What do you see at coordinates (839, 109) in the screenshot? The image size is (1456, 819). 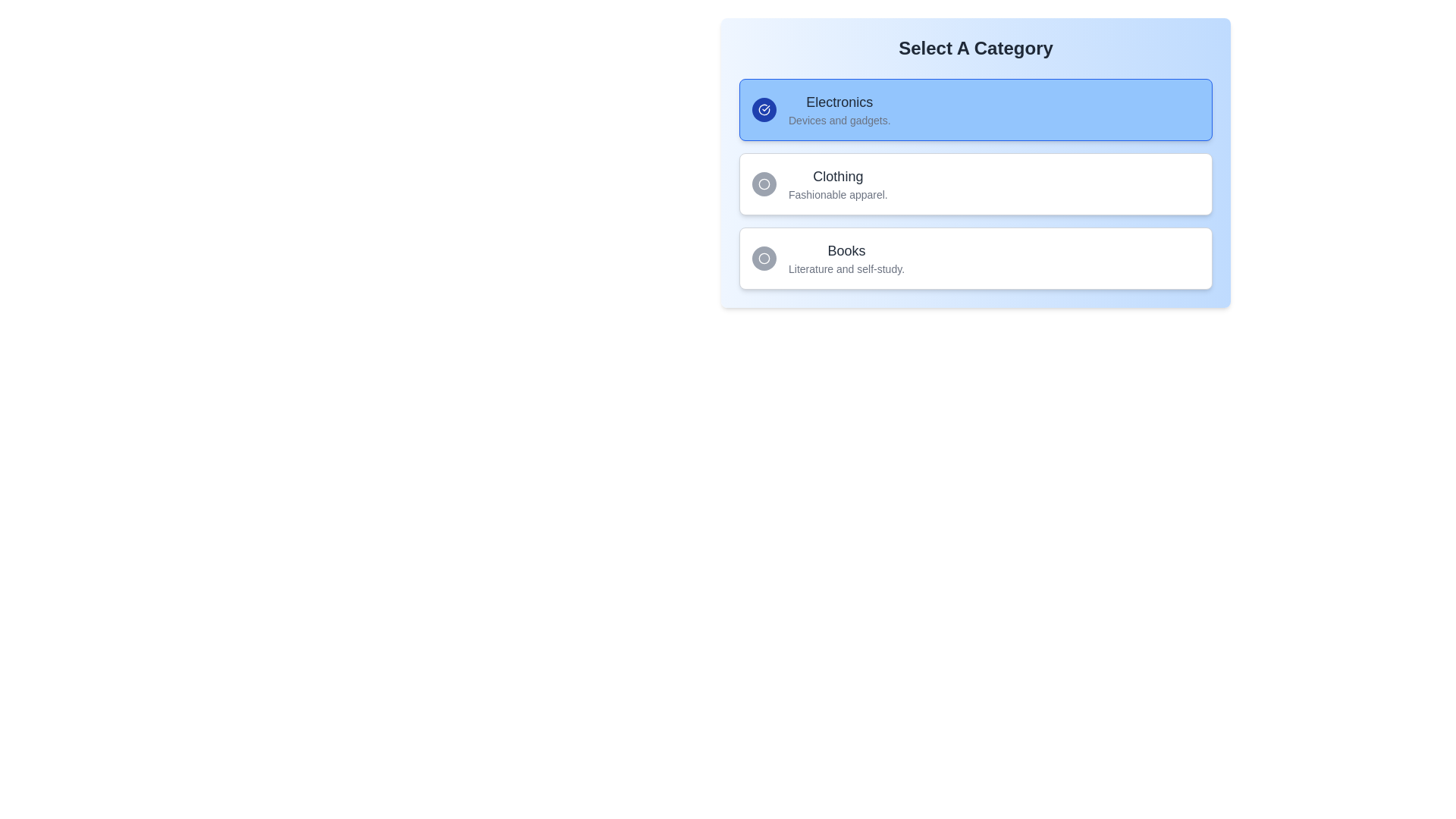 I see `the 'Electronics' category title text block, which includes the description 'Devices and gadgets.' This element is the topmost in a vertical list of cards, used for categorization` at bounding box center [839, 109].